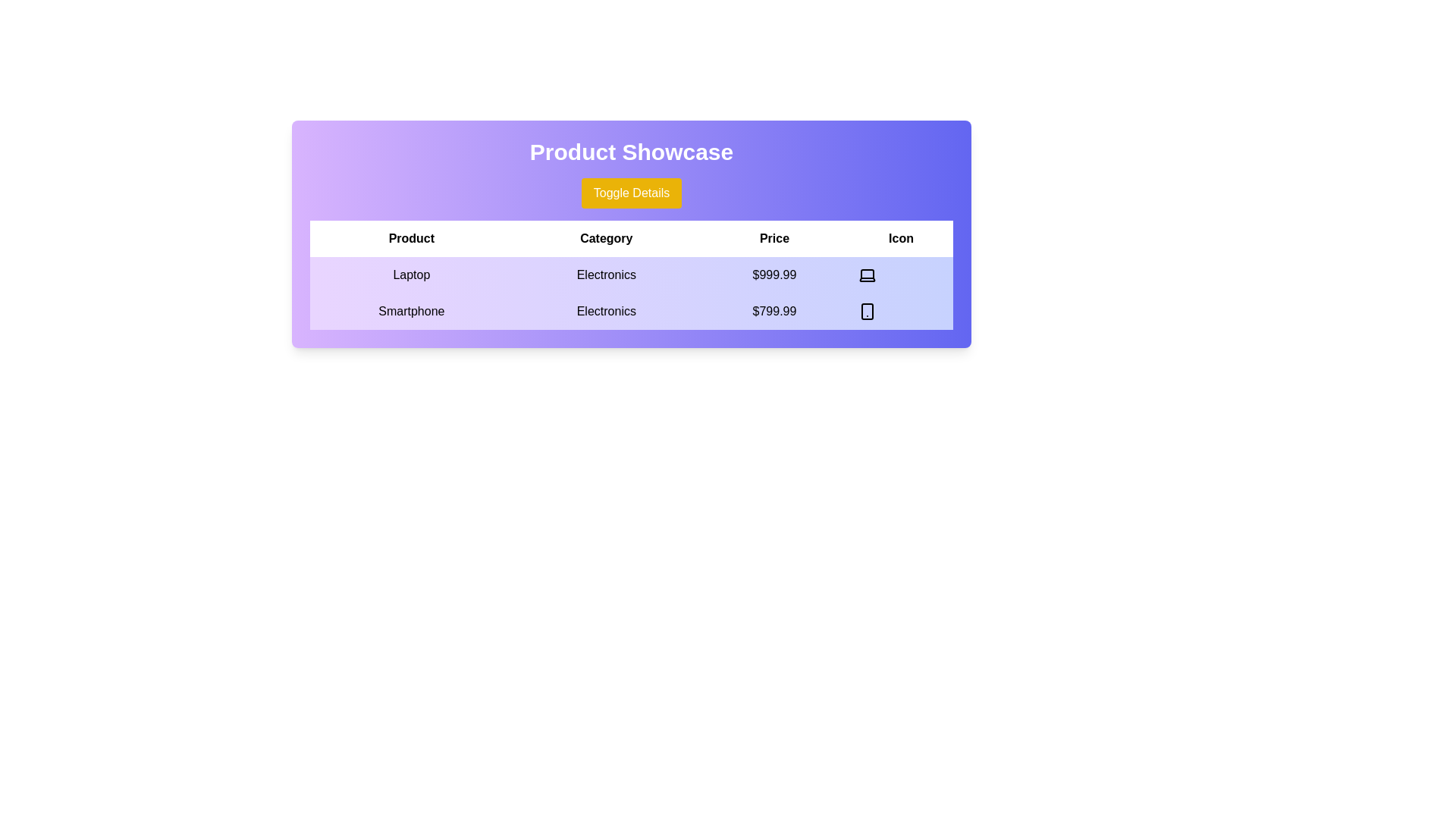 Image resolution: width=1456 pixels, height=819 pixels. What do you see at coordinates (605, 311) in the screenshot?
I see `the static text label in the second row of the table that specifies the product category, positioned between the 'Smartphone' label and the '$799.99' label` at bounding box center [605, 311].